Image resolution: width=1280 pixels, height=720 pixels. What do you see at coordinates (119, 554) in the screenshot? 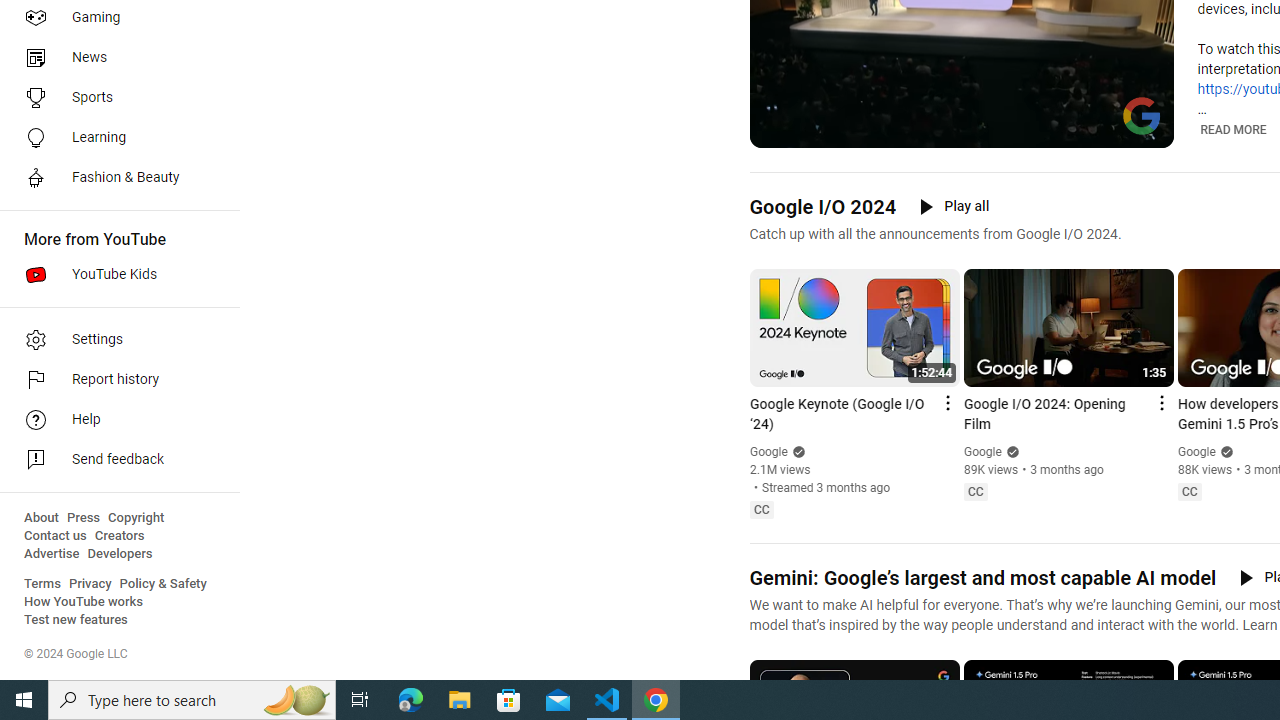
I see `'Developers'` at bounding box center [119, 554].